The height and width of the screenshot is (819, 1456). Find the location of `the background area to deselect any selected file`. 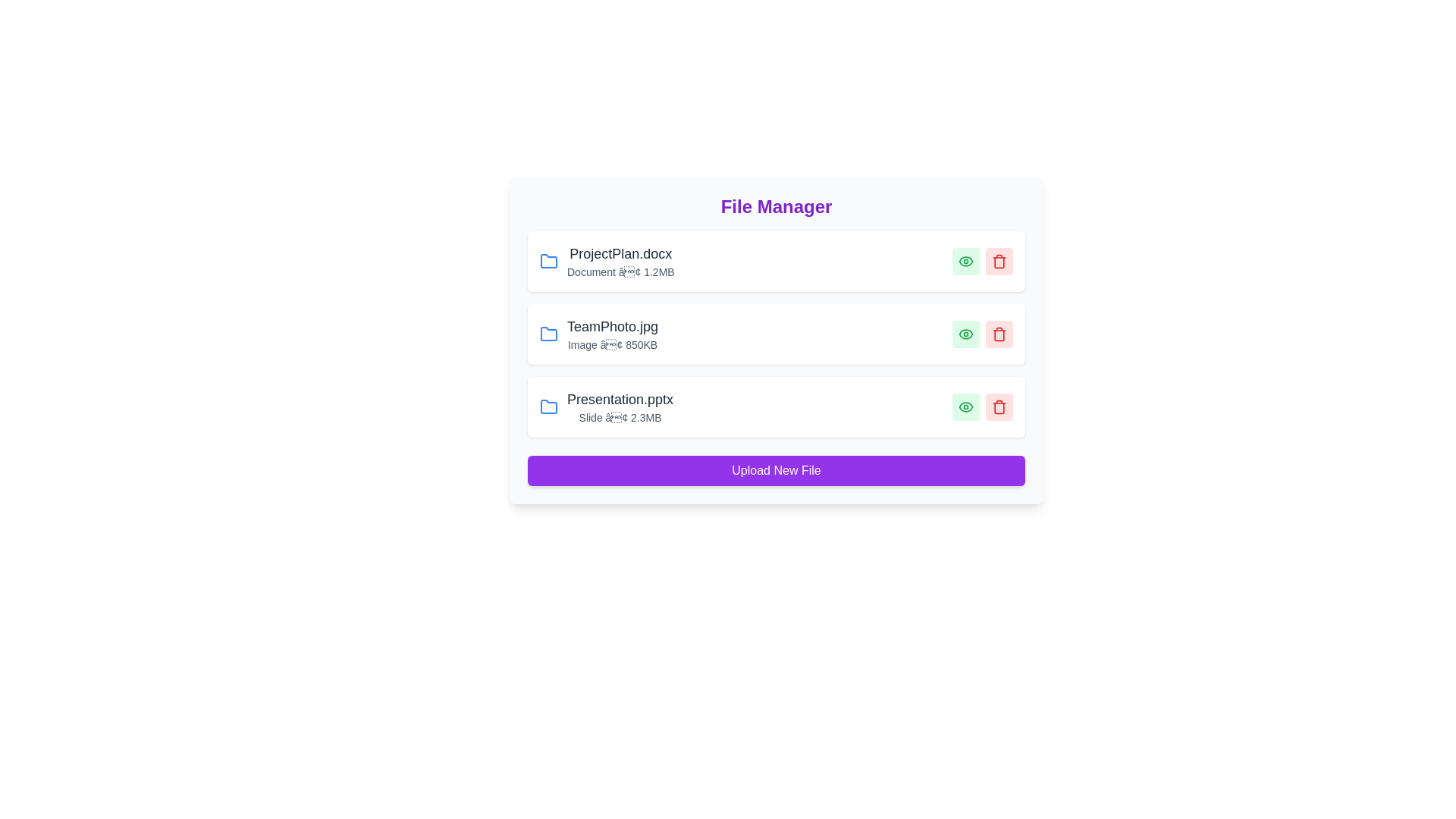

the background area to deselect any selected file is located at coordinates (75, 76).